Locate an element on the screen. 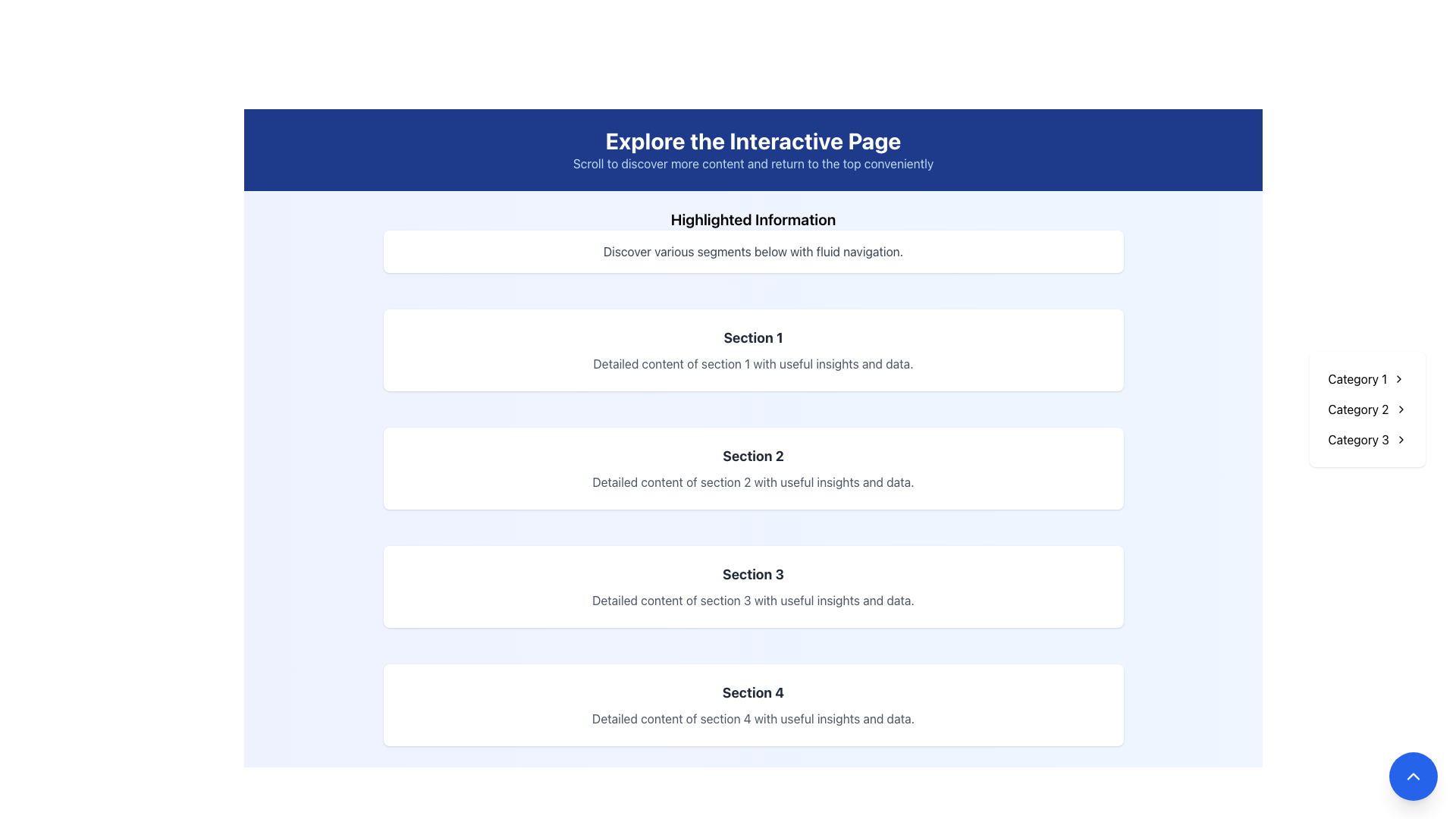  text of the header label located directly below the header bar, which serves as a title for the subsequent content is located at coordinates (753, 219).